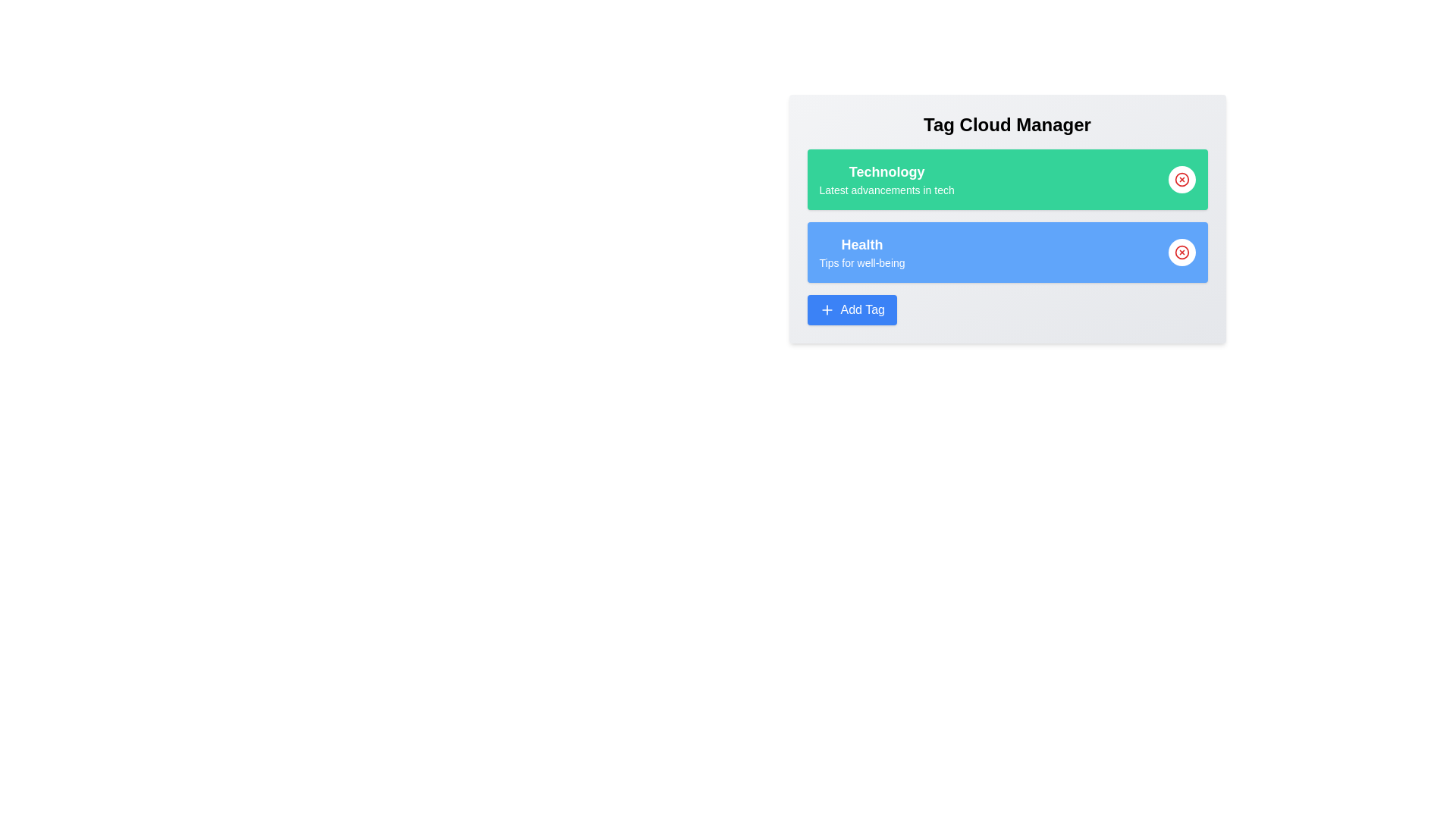 This screenshot has height=819, width=1456. Describe the element at coordinates (852, 309) in the screenshot. I see `the 'Add Tag' button to add a new tag` at that location.